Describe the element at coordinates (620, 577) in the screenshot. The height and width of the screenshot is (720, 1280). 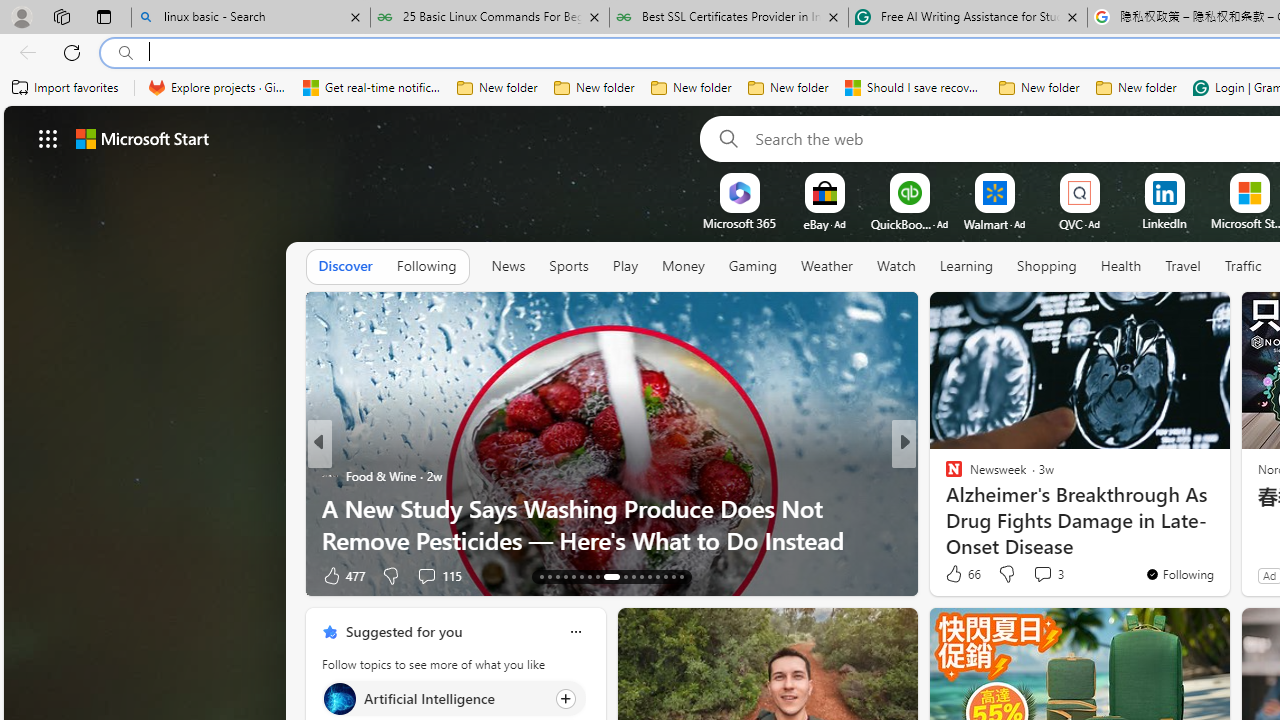
I see `'AutomationID: tab-22'` at that location.